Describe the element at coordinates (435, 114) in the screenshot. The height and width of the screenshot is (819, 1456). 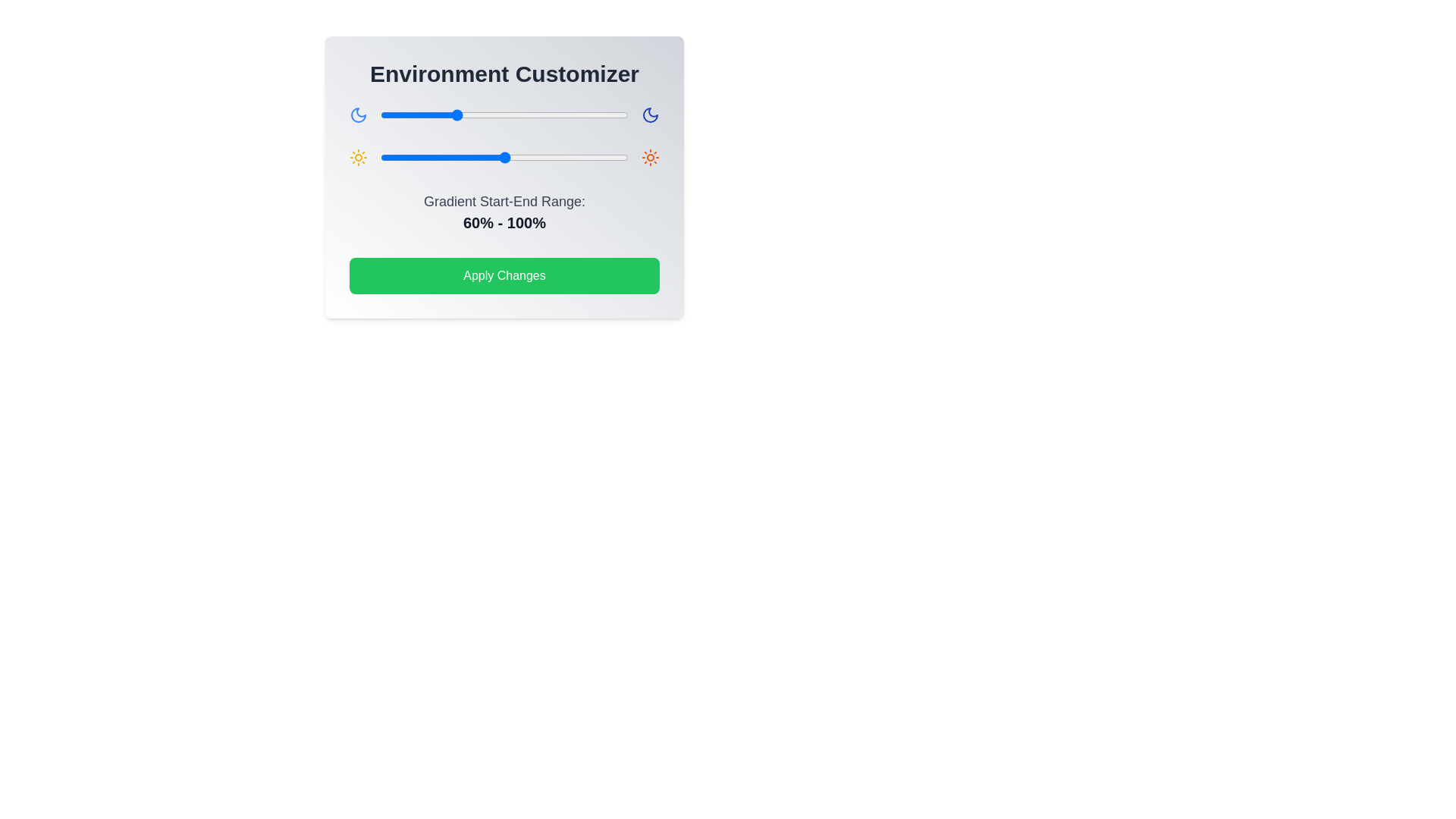
I see `the gradient slider 0 to 45` at that location.